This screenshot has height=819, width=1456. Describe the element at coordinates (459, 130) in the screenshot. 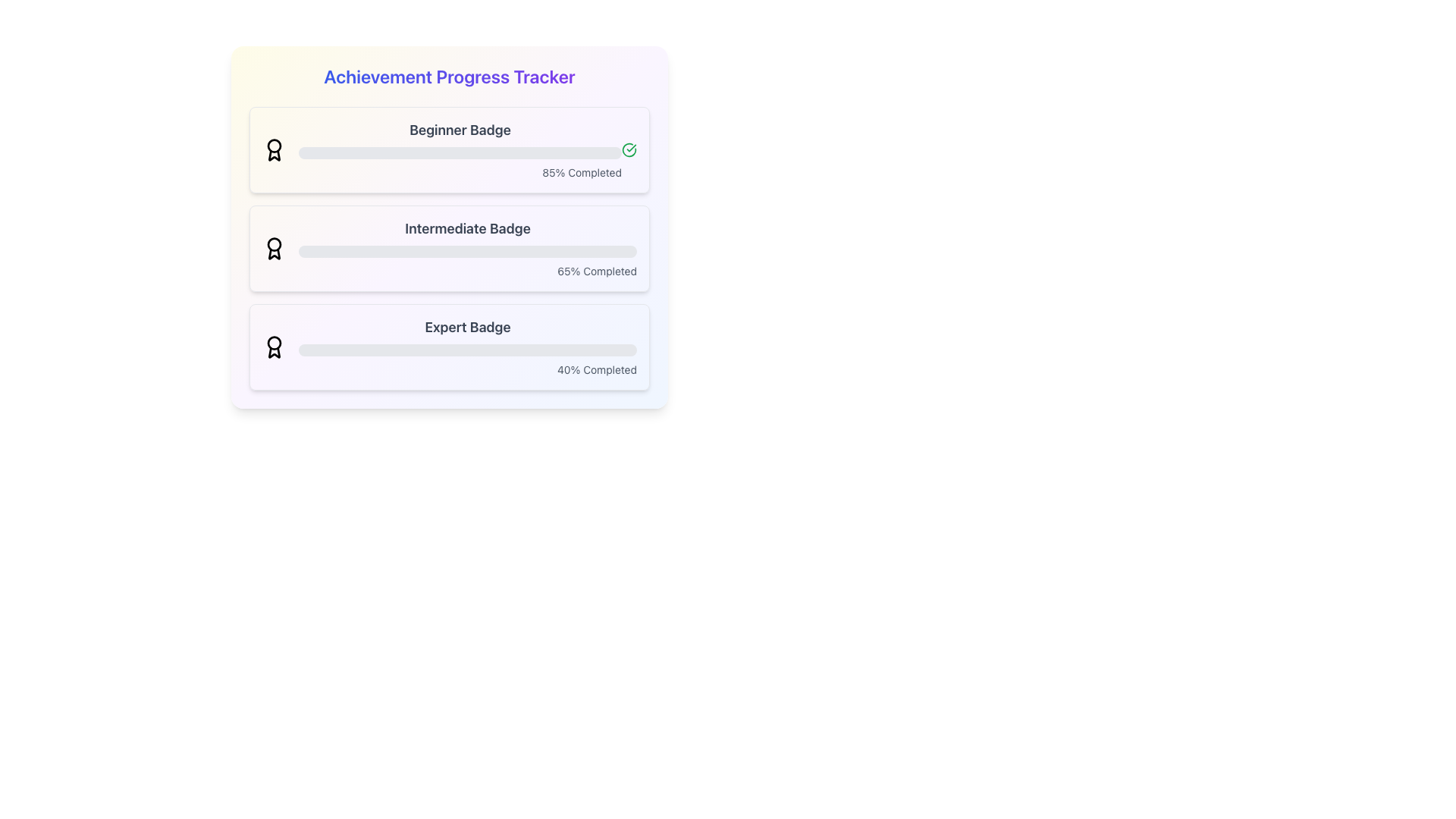

I see `the Text label that serves as a title for the progress bar and badge in the first card of the vertical list` at that location.